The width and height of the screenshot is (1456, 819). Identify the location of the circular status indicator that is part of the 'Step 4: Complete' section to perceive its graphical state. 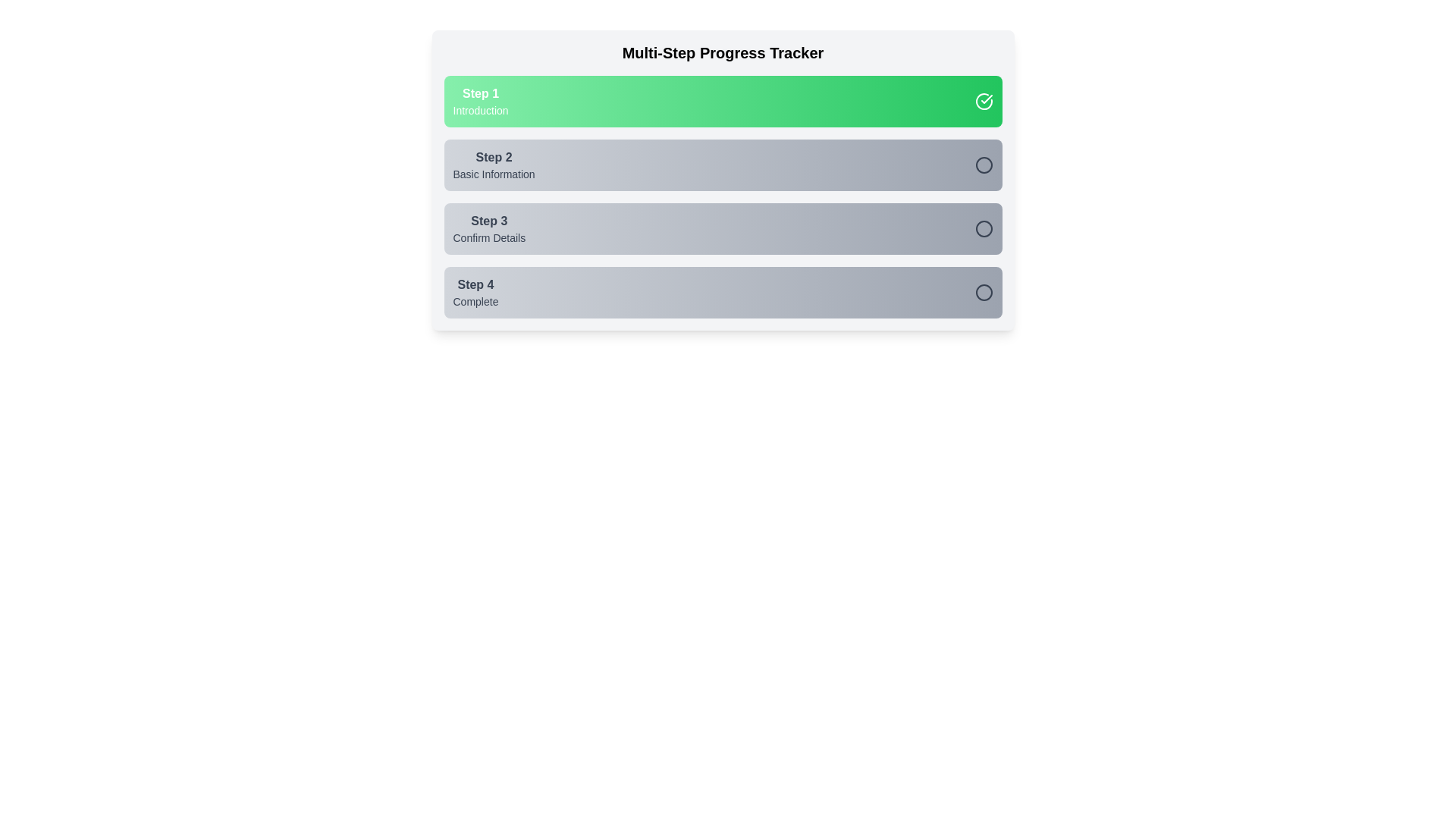
(984, 292).